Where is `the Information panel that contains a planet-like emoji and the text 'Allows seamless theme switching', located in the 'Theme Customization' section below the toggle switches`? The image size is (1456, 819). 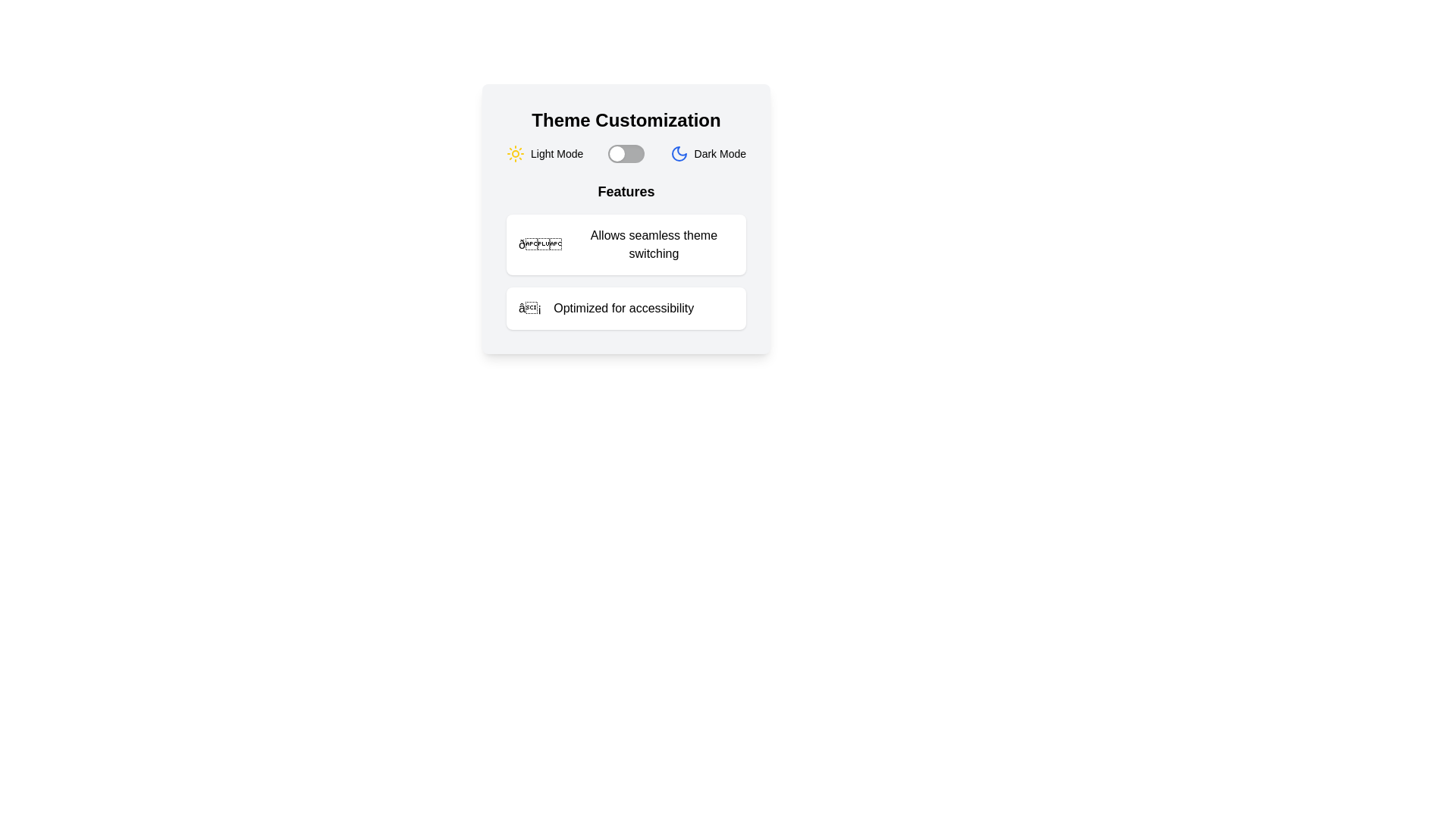
the Information panel that contains a planet-like emoji and the text 'Allows seamless theme switching', located in the 'Theme Customization' section below the toggle switches is located at coordinates (626, 254).